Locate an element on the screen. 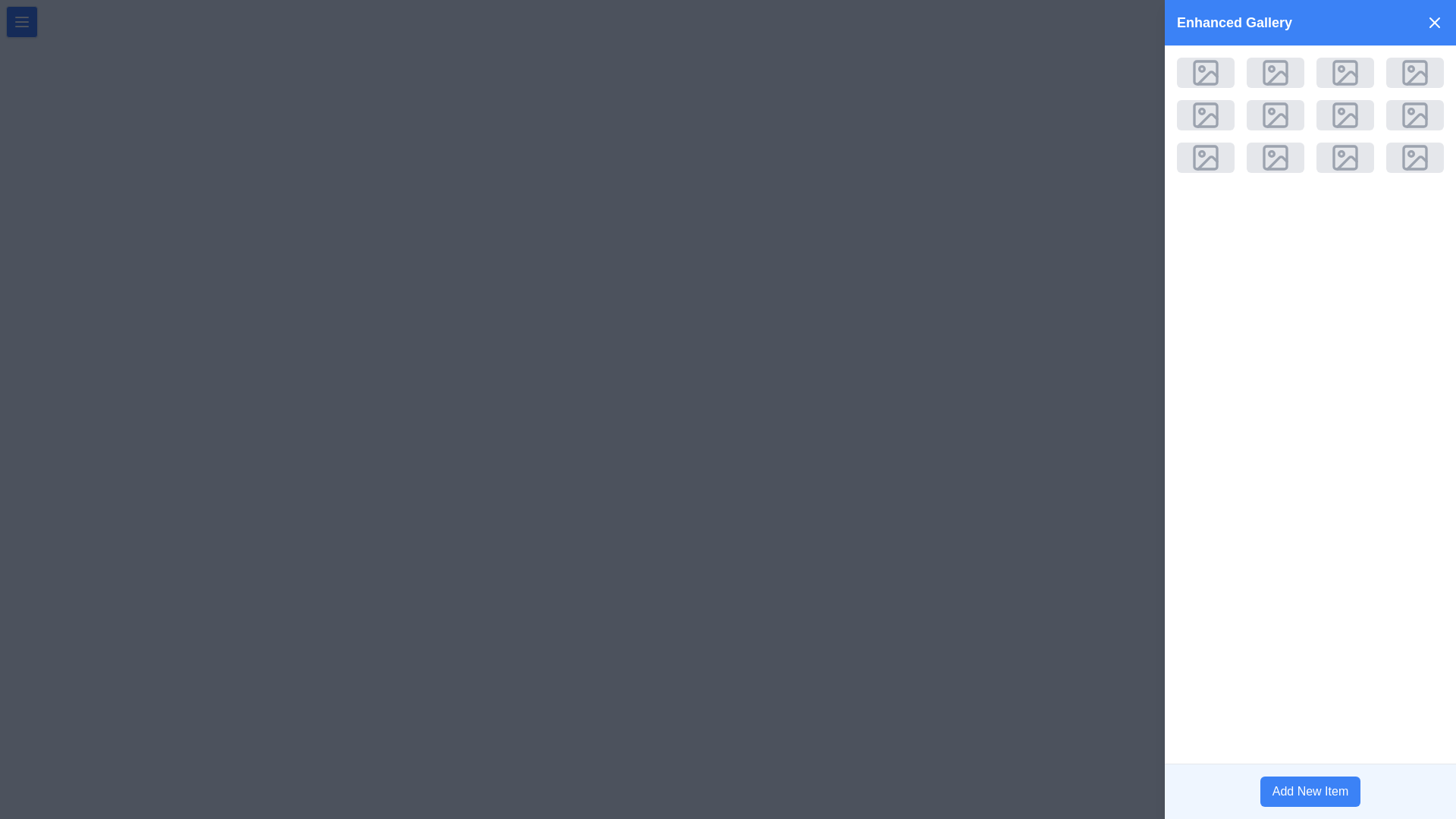 This screenshot has width=1456, height=819. the gray photo icon with rounded edges is located at coordinates (1274, 73).